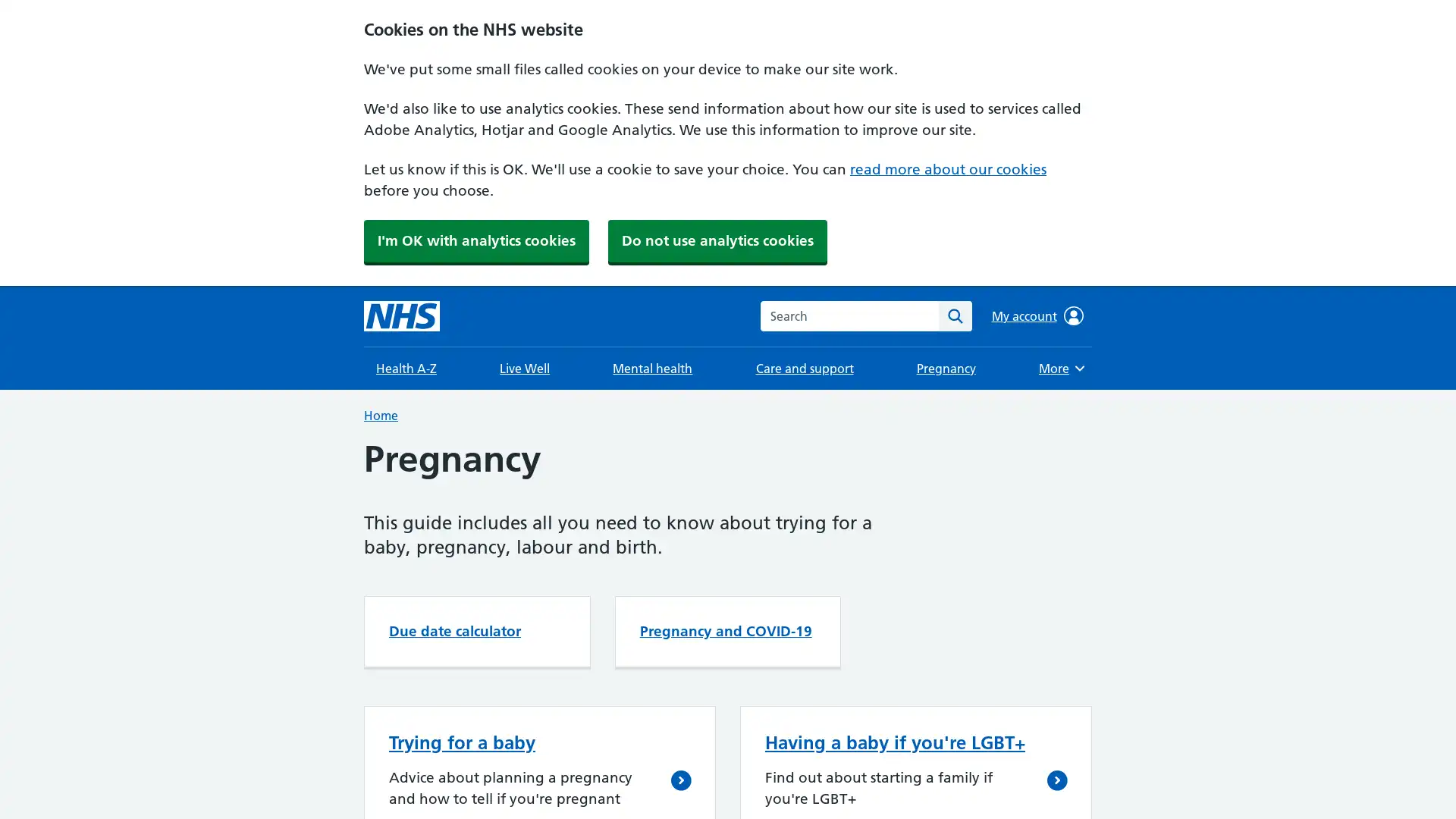 This screenshot has width=1456, height=819. Describe the element at coordinates (954, 315) in the screenshot. I see `Search` at that location.